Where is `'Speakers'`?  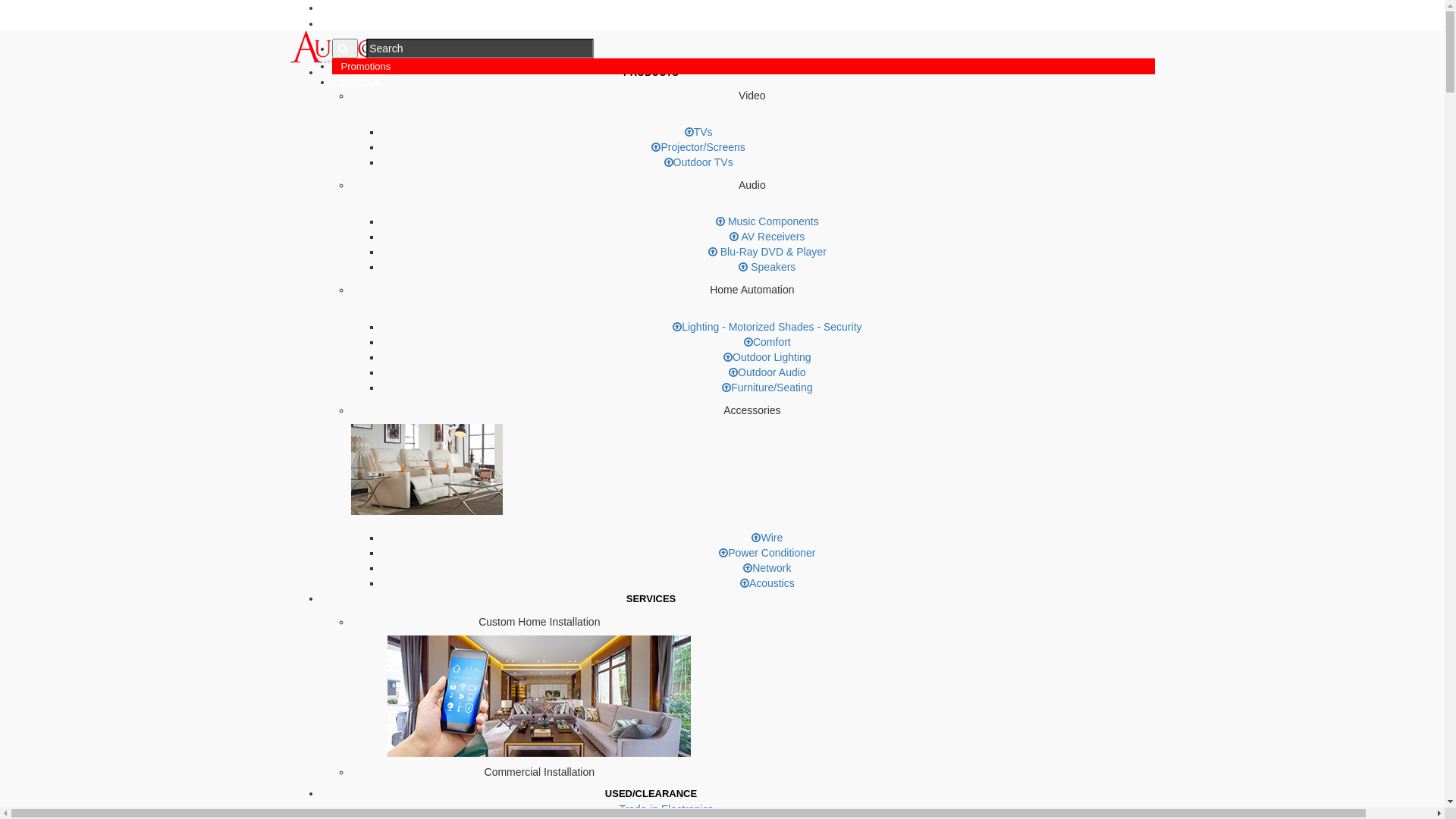 'Speakers' is located at coordinates (767, 265).